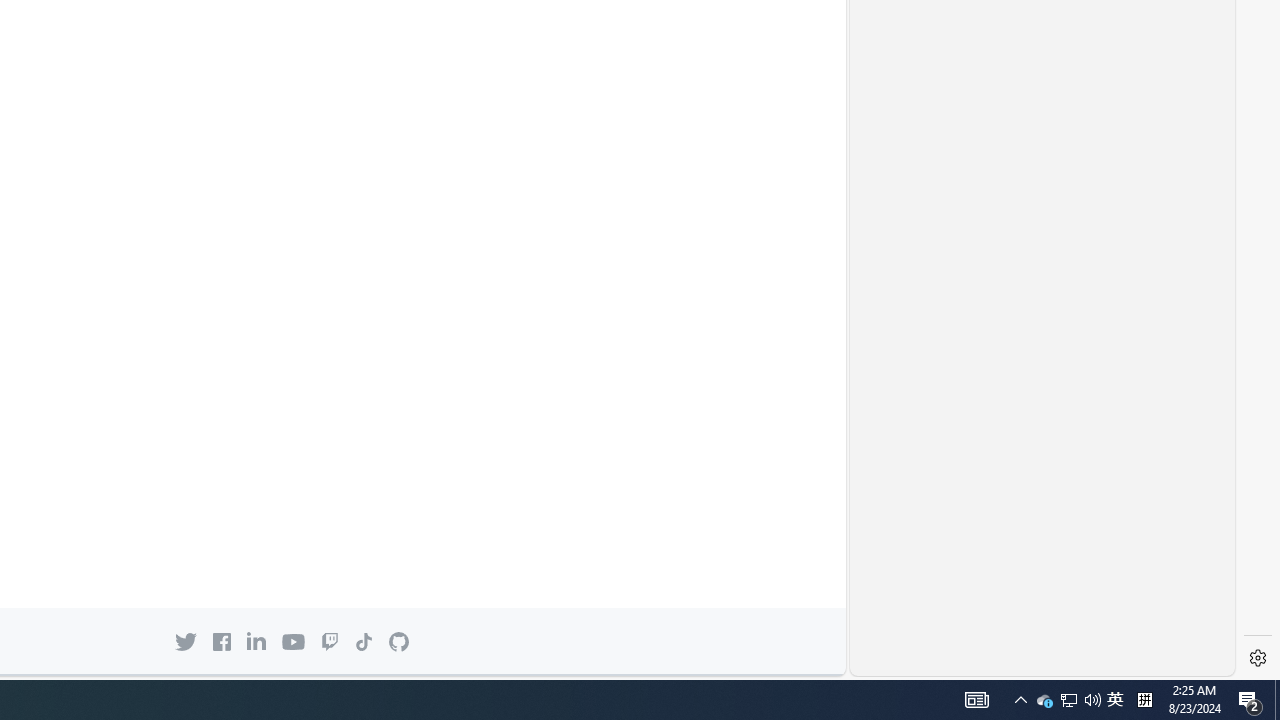  What do you see at coordinates (221, 641) in the screenshot?
I see `'Facebook icon'` at bounding box center [221, 641].